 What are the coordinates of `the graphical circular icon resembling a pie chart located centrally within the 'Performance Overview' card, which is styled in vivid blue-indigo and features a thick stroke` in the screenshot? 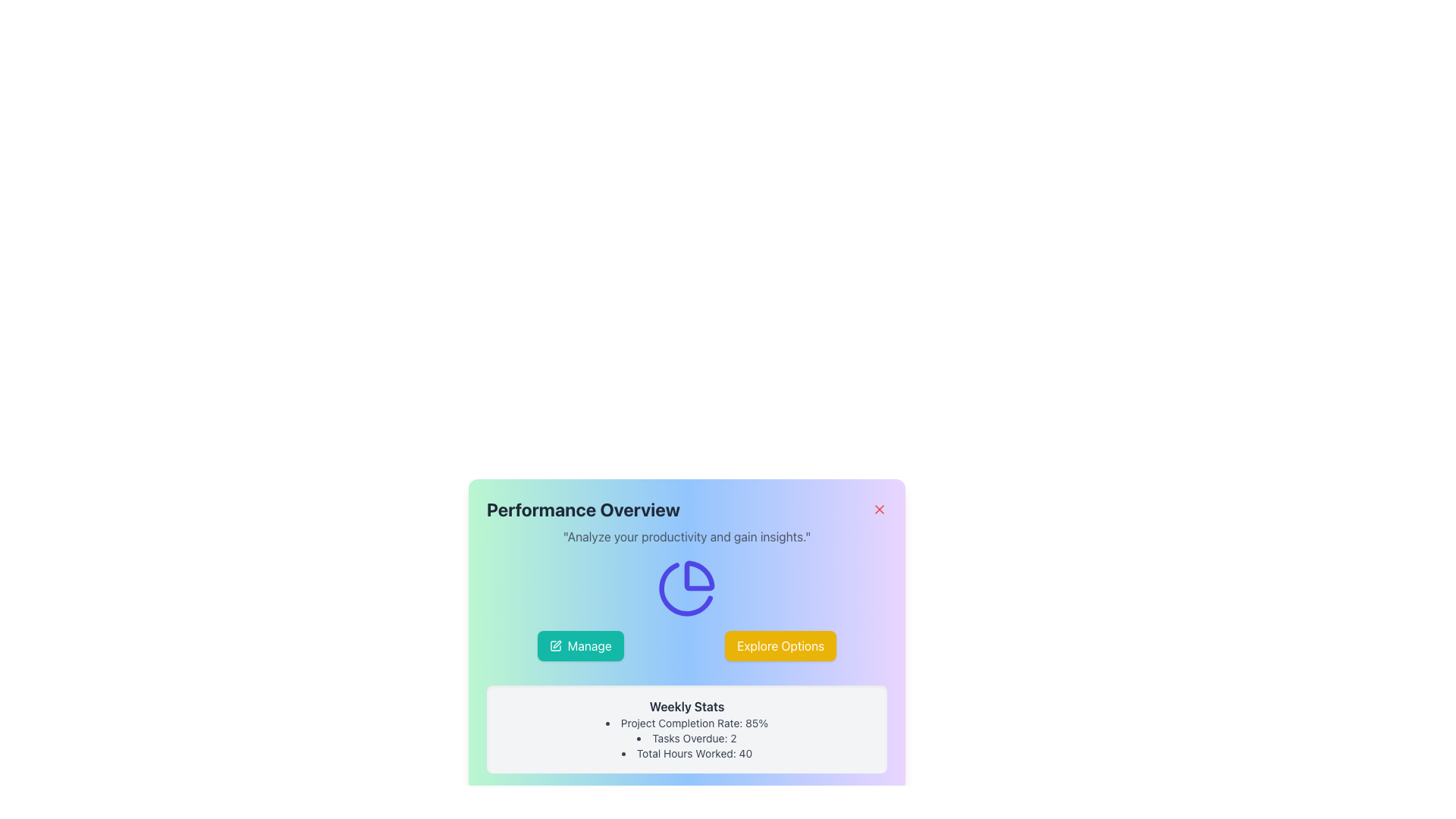 It's located at (686, 587).